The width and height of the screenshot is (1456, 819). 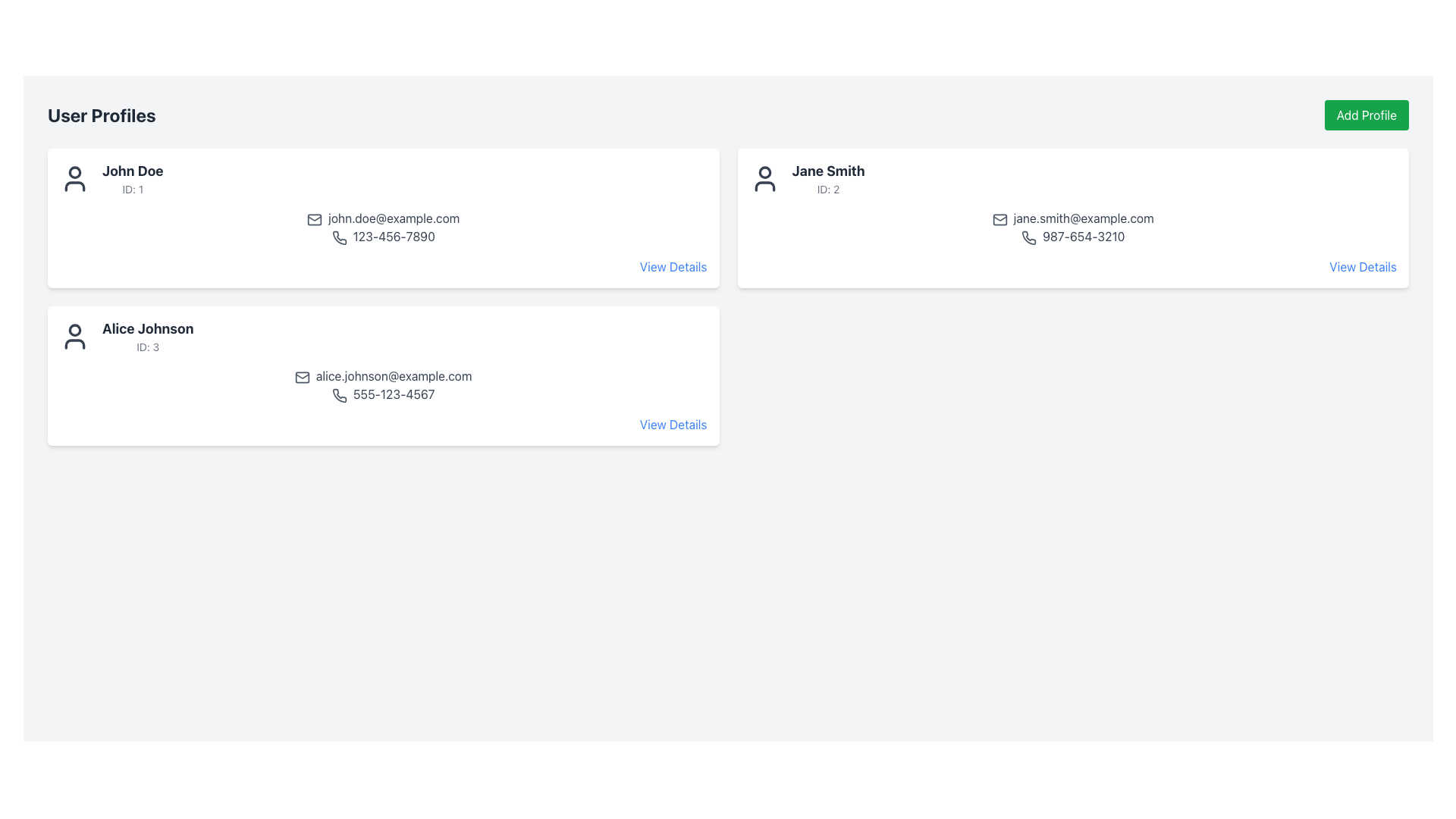 What do you see at coordinates (133, 171) in the screenshot?
I see `text from the text label displaying the user's name 'John Doe', located at the top-center of the user profile layout in the top-left card of the 'User Profiles' section` at bounding box center [133, 171].